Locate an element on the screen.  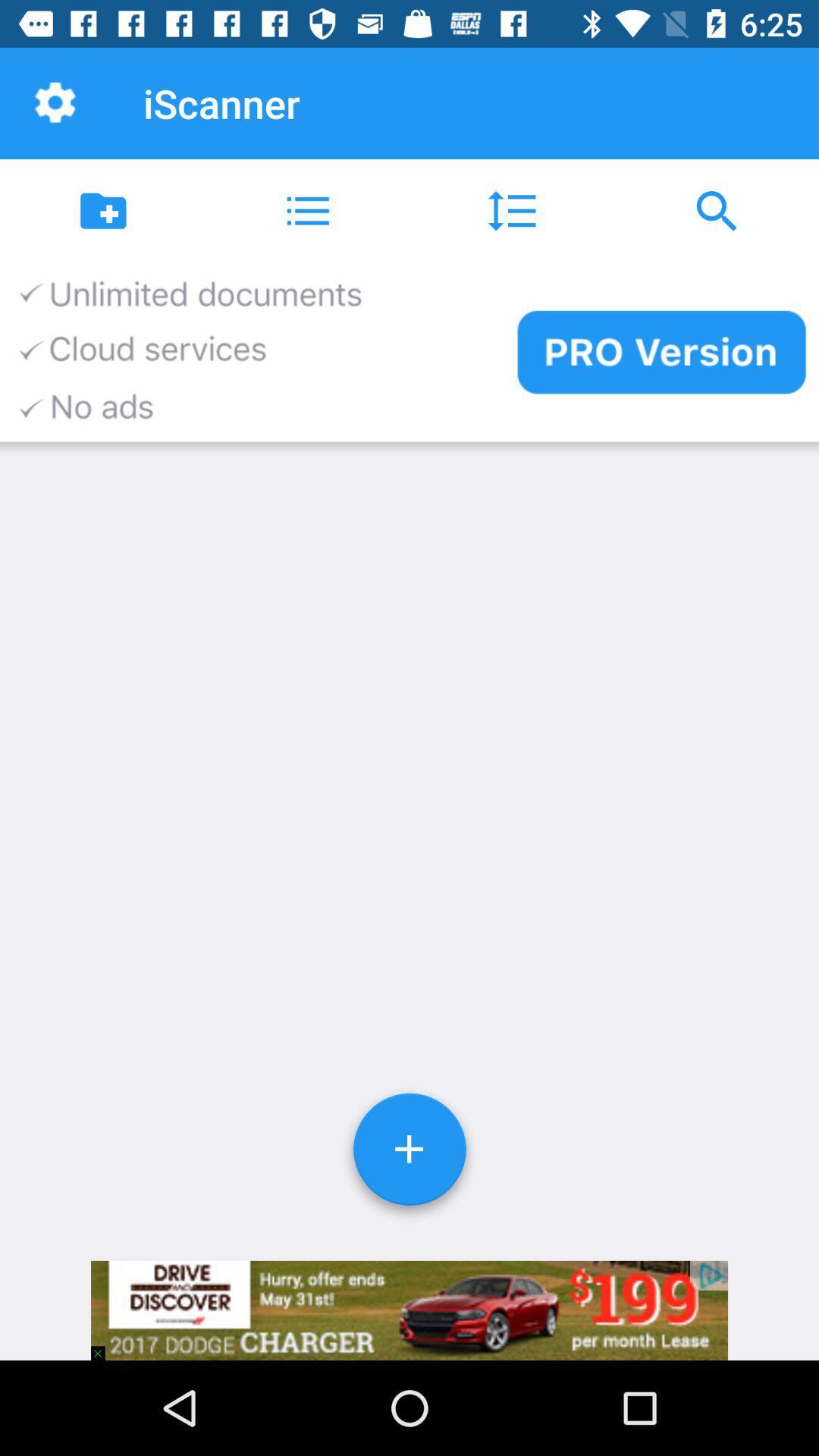
the item at the bottom left corner is located at coordinates (104, 1346).